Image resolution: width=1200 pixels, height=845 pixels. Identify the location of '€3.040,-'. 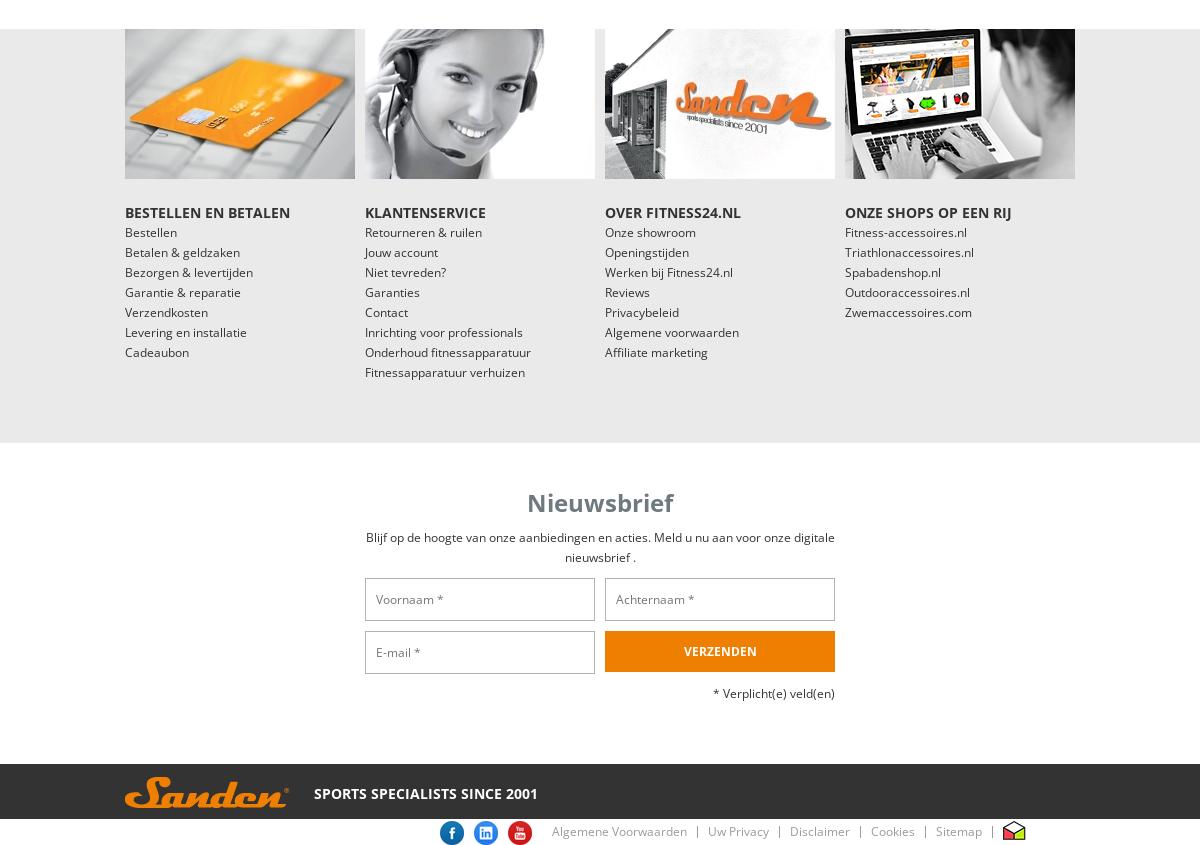
(291, 177).